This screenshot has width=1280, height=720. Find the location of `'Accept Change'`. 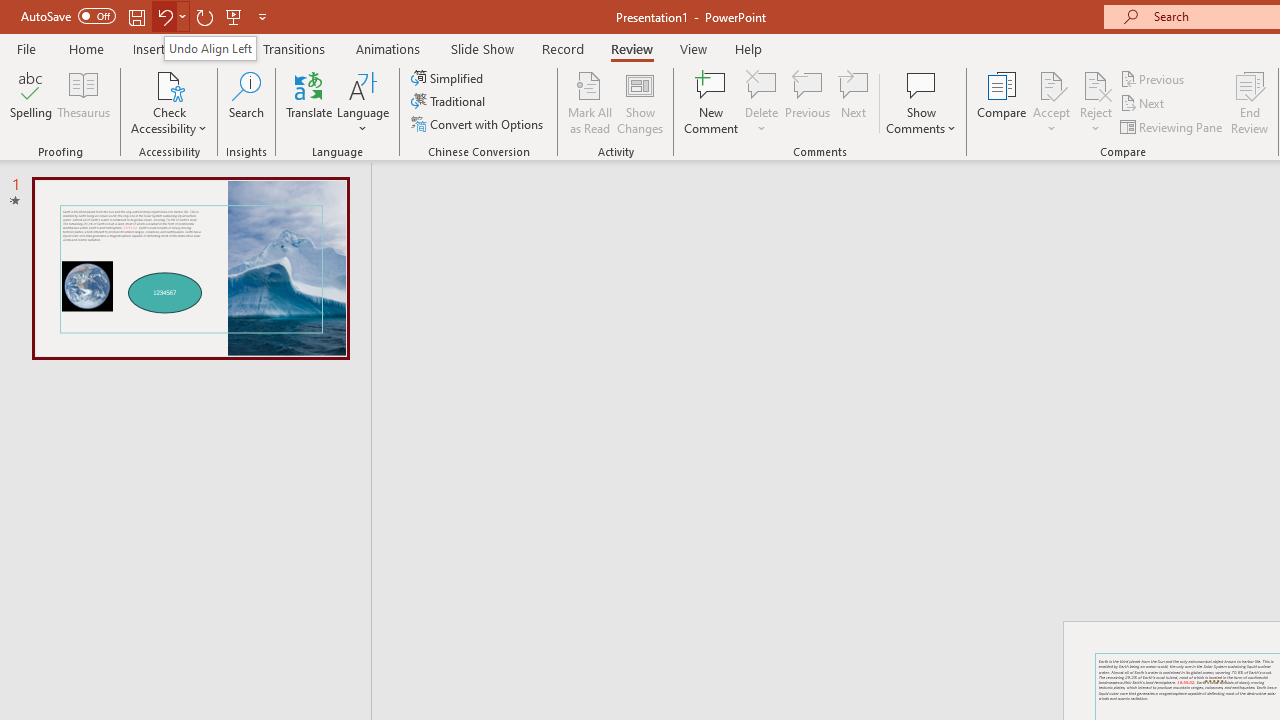

'Accept Change' is located at coordinates (1050, 84).